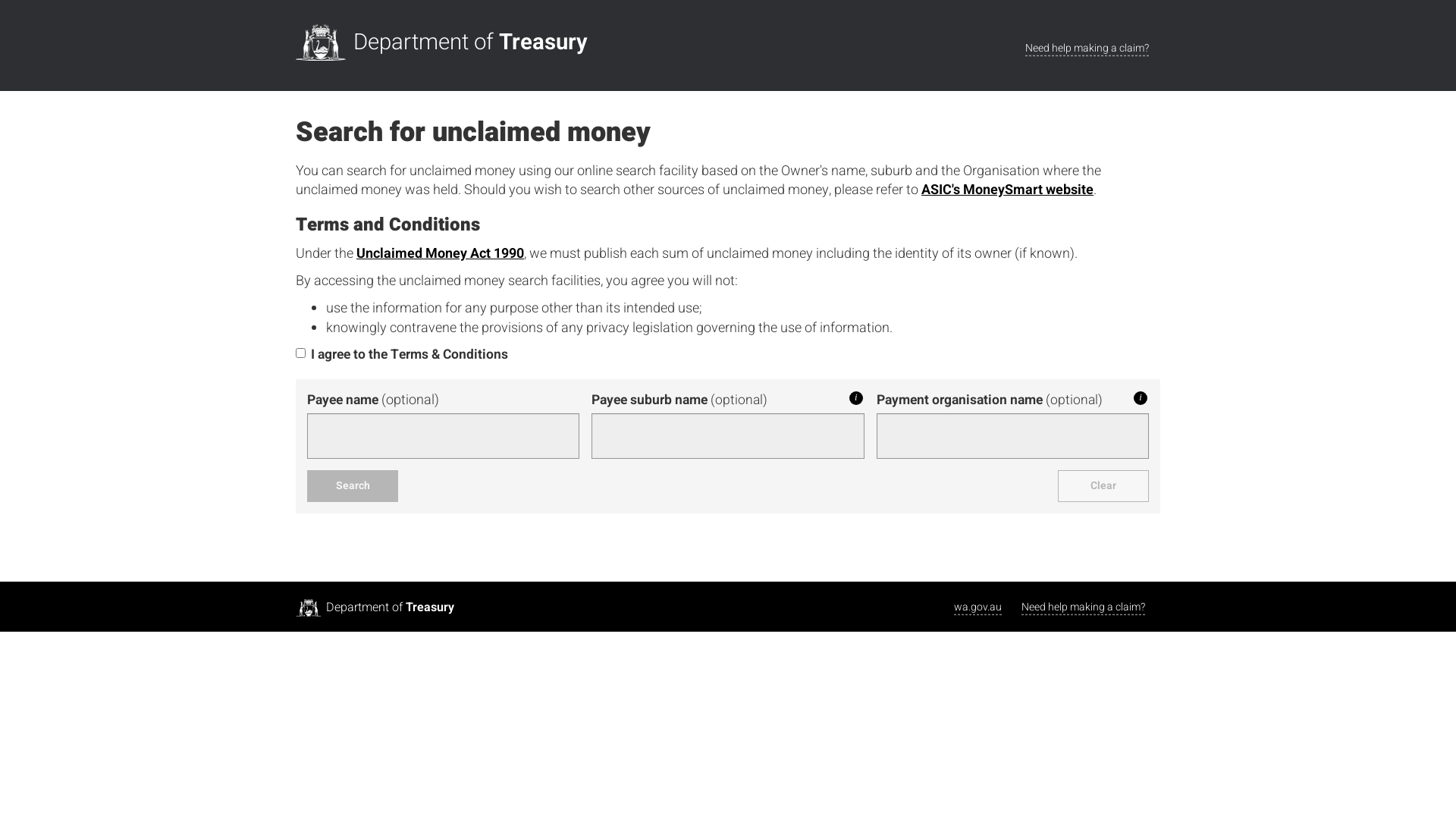 The image size is (1456, 819). I want to click on 'wa.gov.au', so click(977, 606).